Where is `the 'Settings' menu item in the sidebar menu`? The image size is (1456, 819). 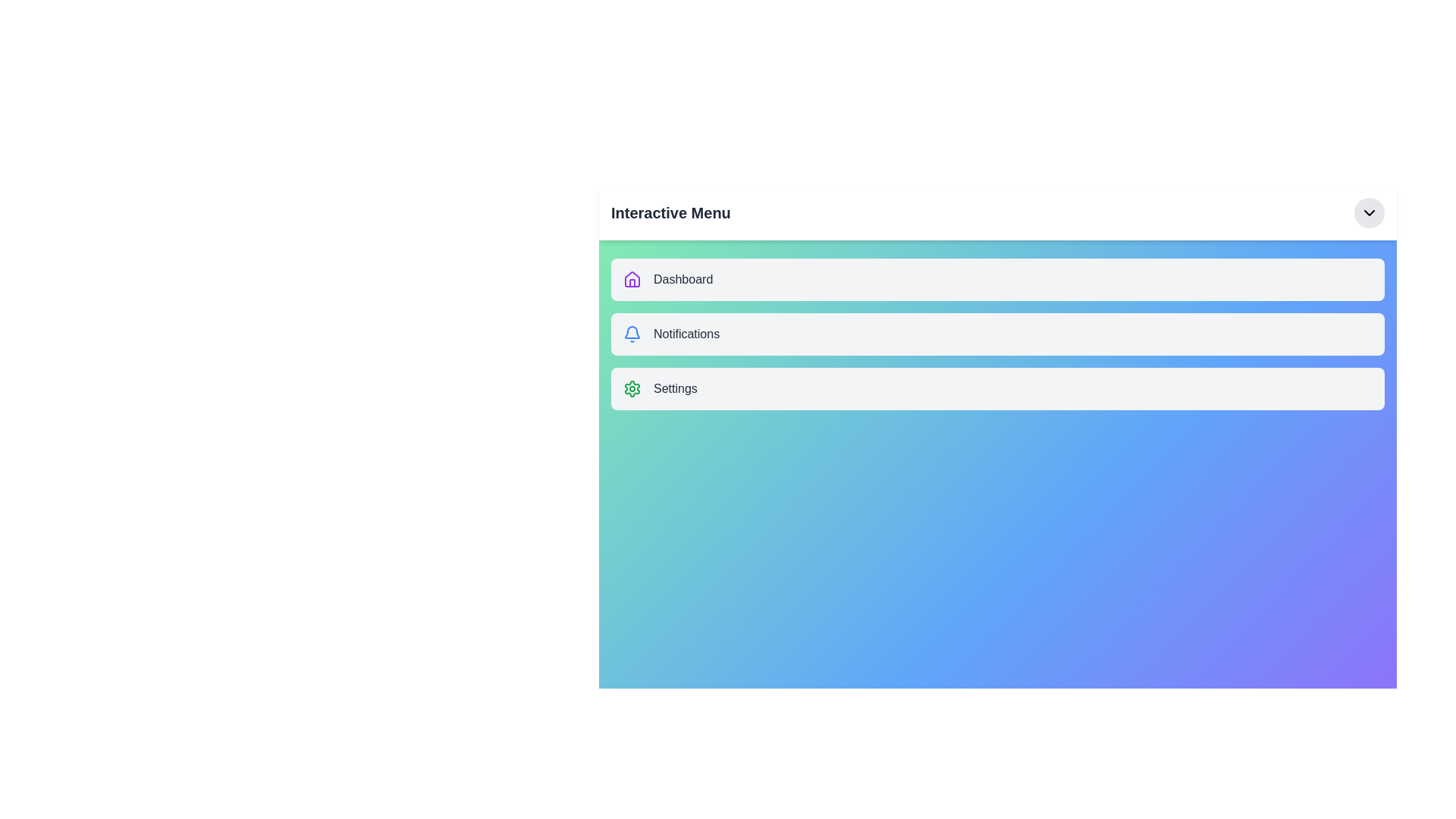
the 'Settings' menu item in the sidebar menu is located at coordinates (997, 388).